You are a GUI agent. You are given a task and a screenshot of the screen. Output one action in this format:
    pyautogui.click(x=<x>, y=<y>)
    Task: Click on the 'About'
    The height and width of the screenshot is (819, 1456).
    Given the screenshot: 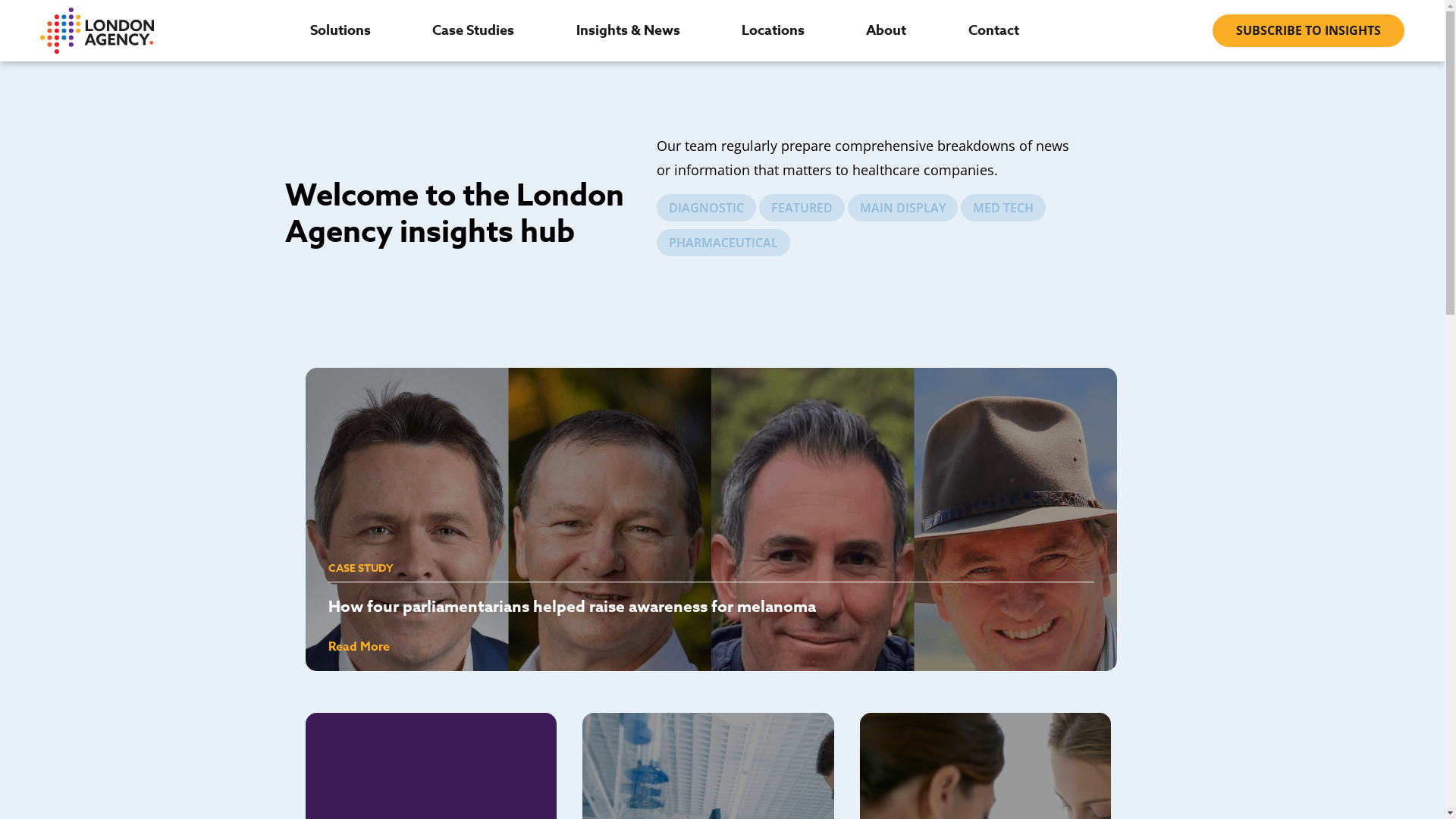 What is the action you would take?
    pyautogui.click(x=886, y=30)
    